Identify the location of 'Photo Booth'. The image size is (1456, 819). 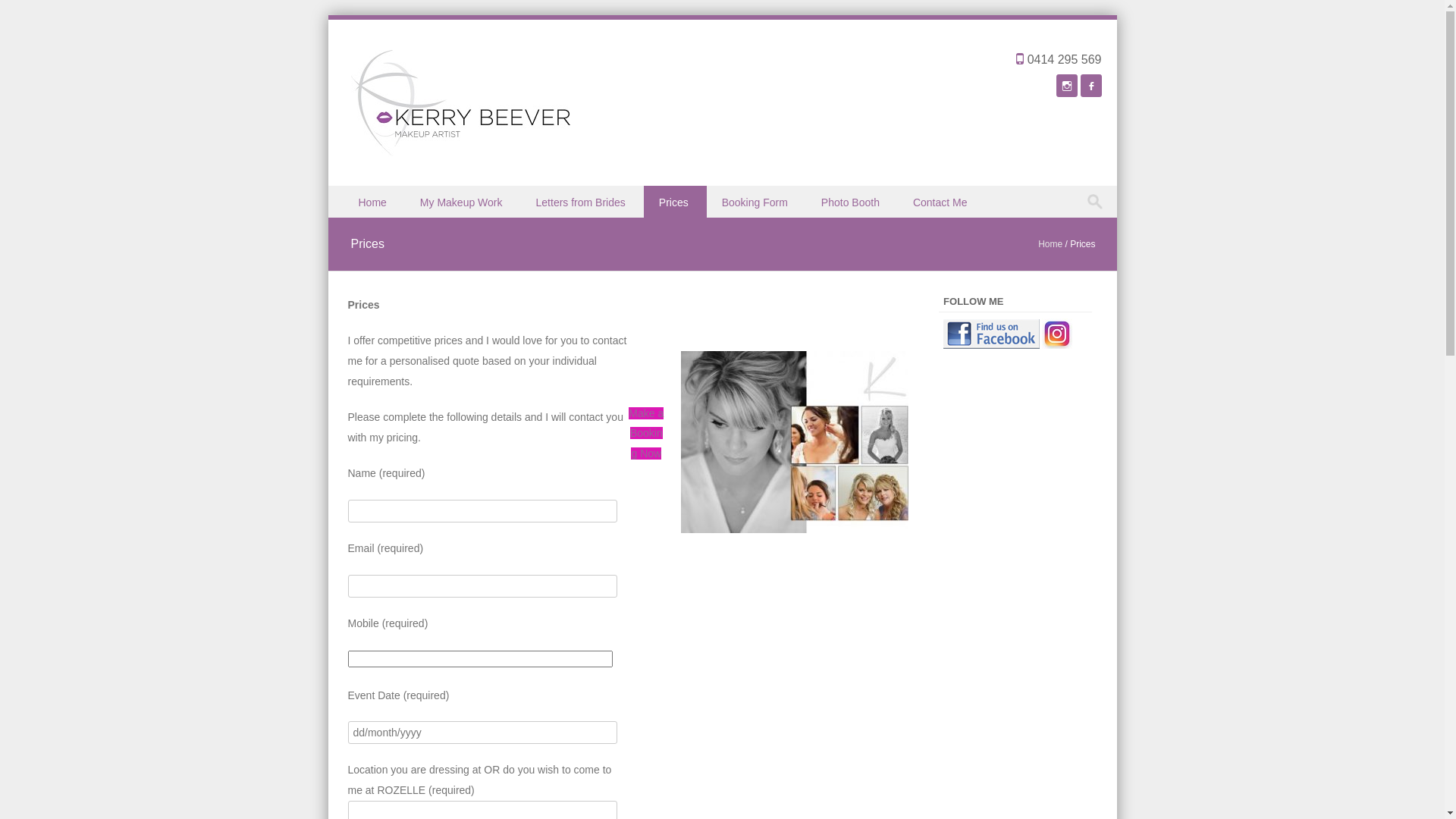
(852, 201).